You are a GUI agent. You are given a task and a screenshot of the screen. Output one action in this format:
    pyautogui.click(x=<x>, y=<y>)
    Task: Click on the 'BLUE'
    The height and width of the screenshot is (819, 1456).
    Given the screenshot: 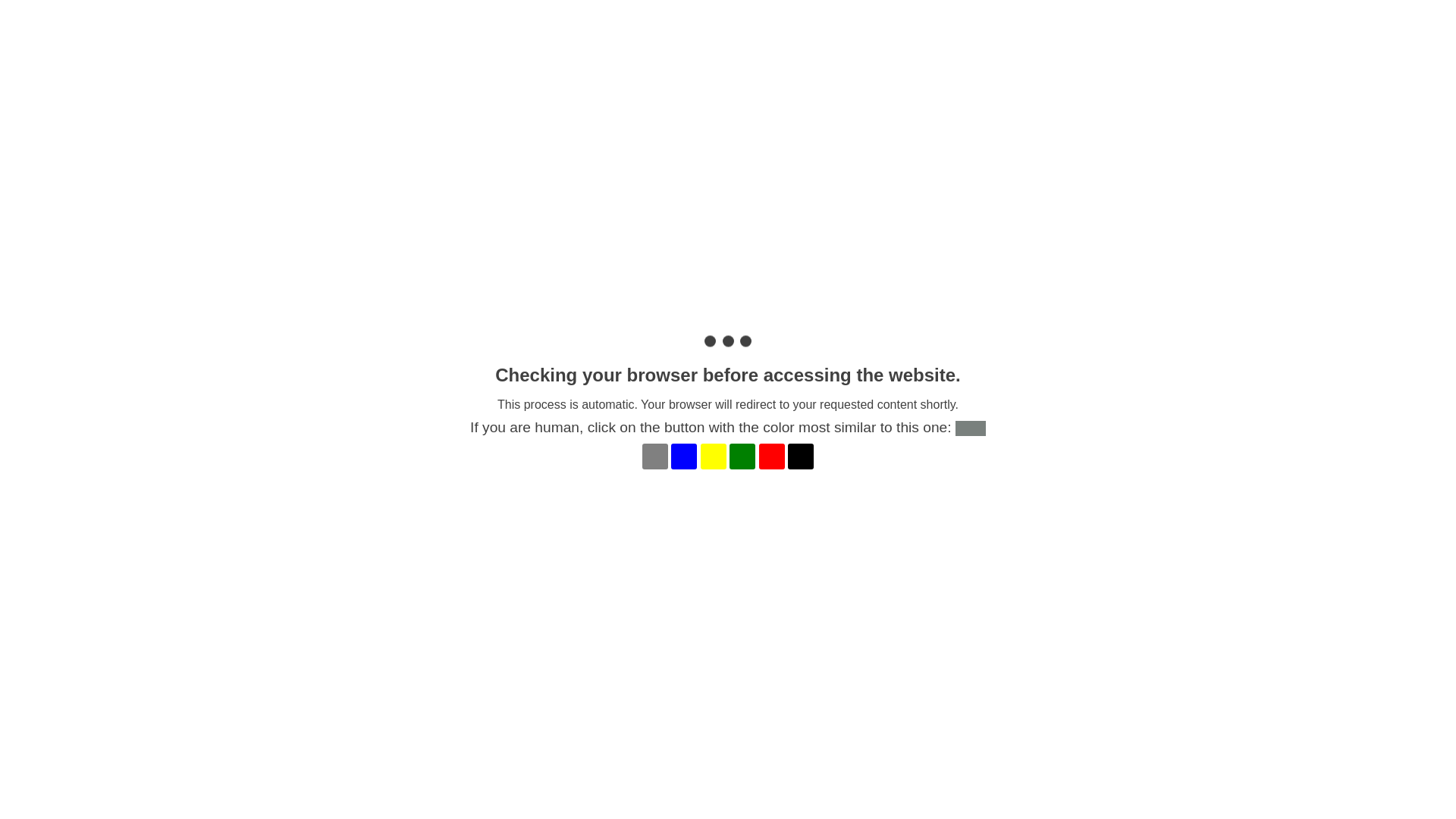 What is the action you would take?
    pyautogui.click(x=683, y=455)
    